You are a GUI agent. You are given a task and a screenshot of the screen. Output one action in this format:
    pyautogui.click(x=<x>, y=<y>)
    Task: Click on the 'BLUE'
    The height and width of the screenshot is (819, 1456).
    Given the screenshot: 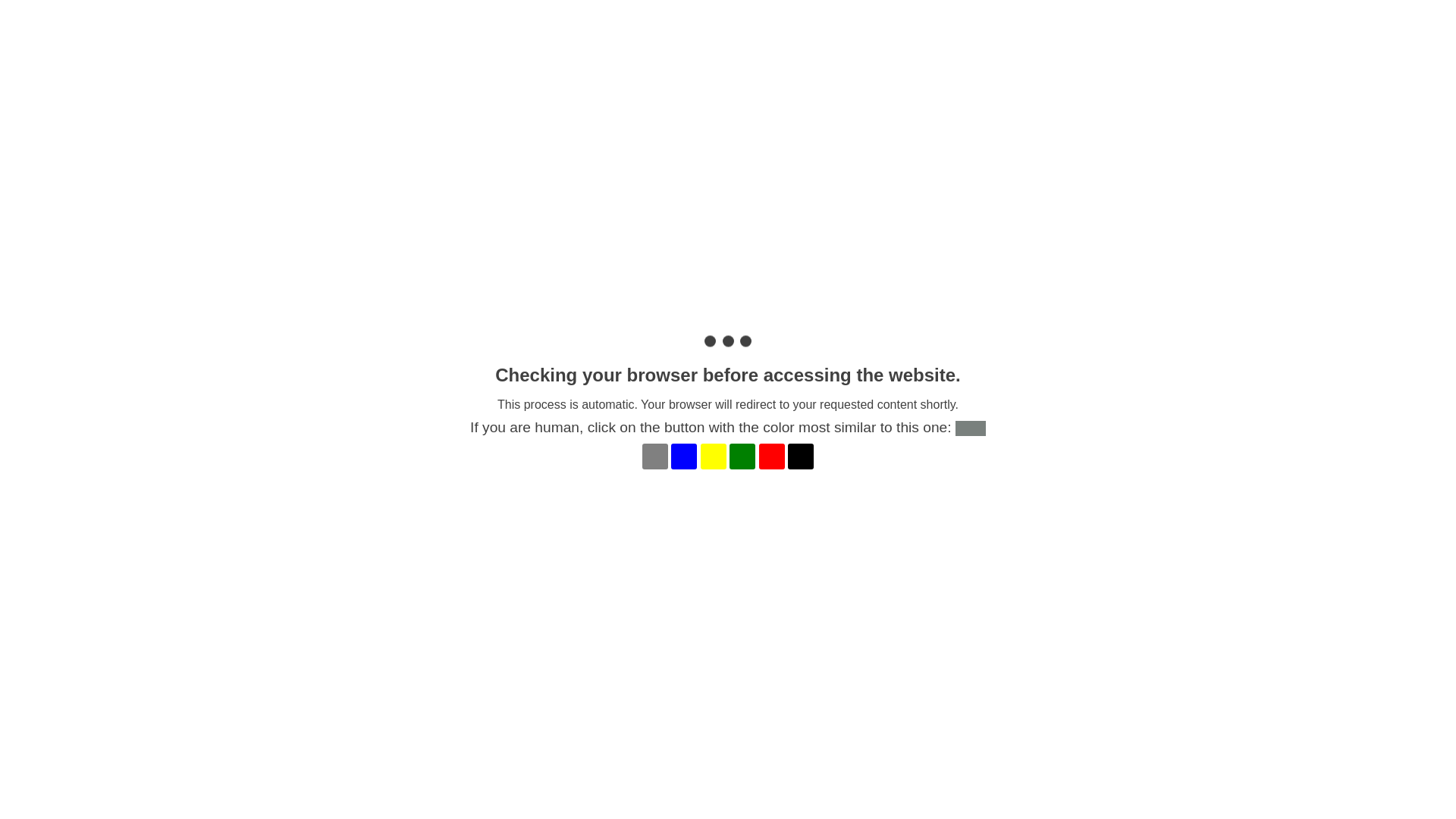 What is the action you would take?
    pyautogui.click(x=683, y=455)
    